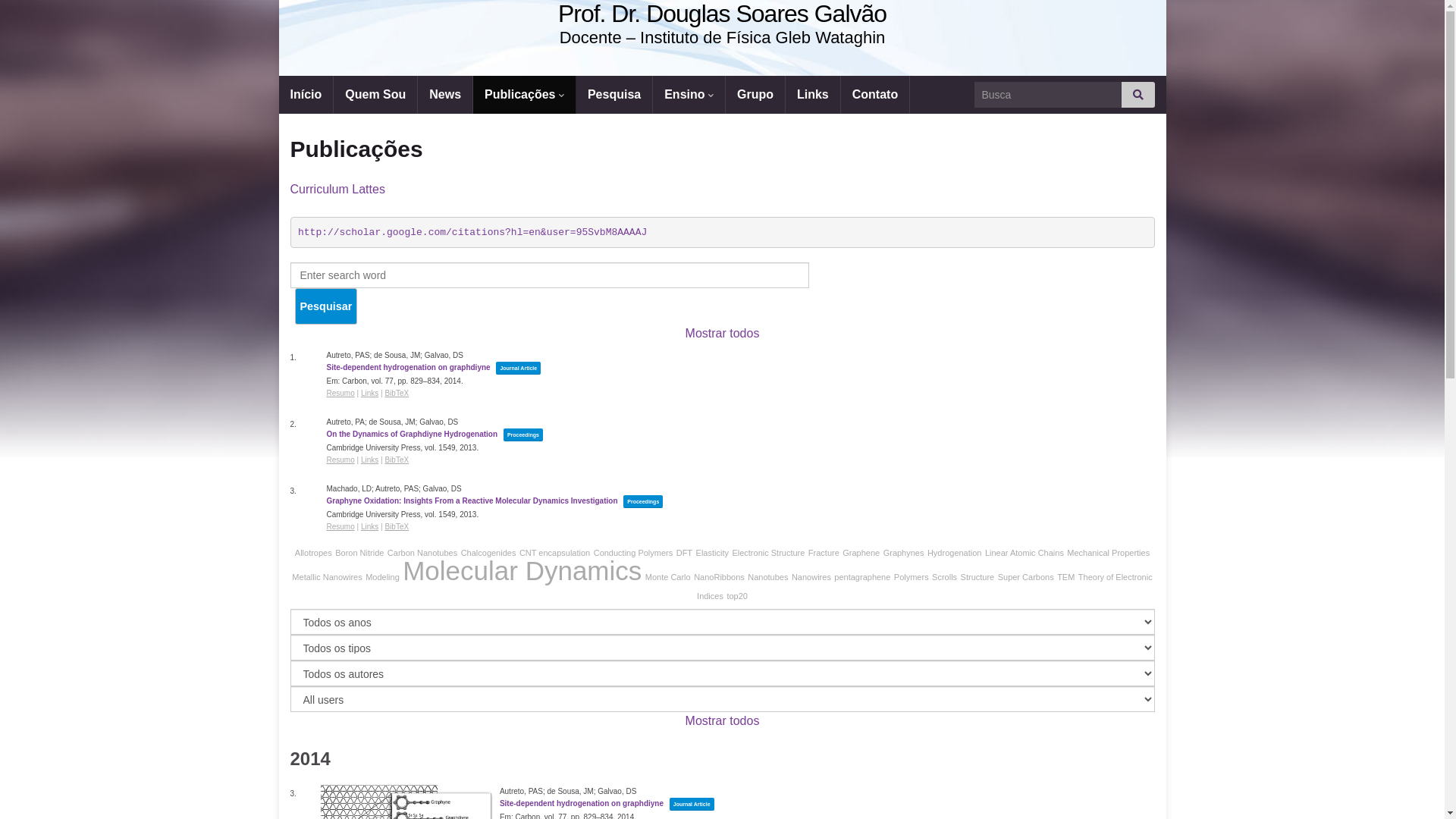 The image size is (1456, 819). I want to click on 'Fracture', so click(823, 553).